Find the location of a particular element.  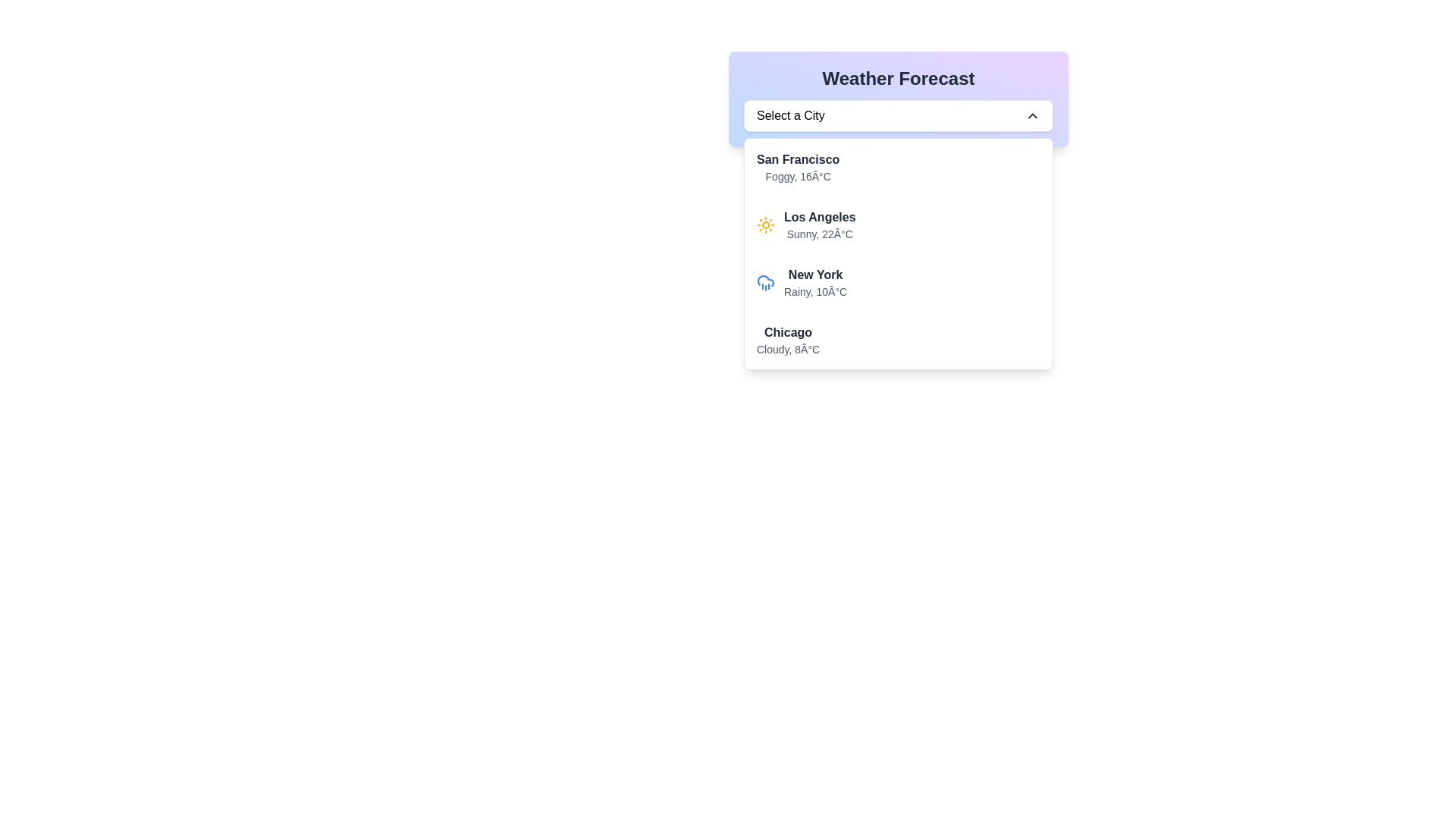

displayed weather information for 'New York', which includes the city name in bold black font and the weather summary 'Rainy, 10°C' in smaller gray text, located within the dropdown list under 'Weather Forecast' is located at coordinates (814, 283).